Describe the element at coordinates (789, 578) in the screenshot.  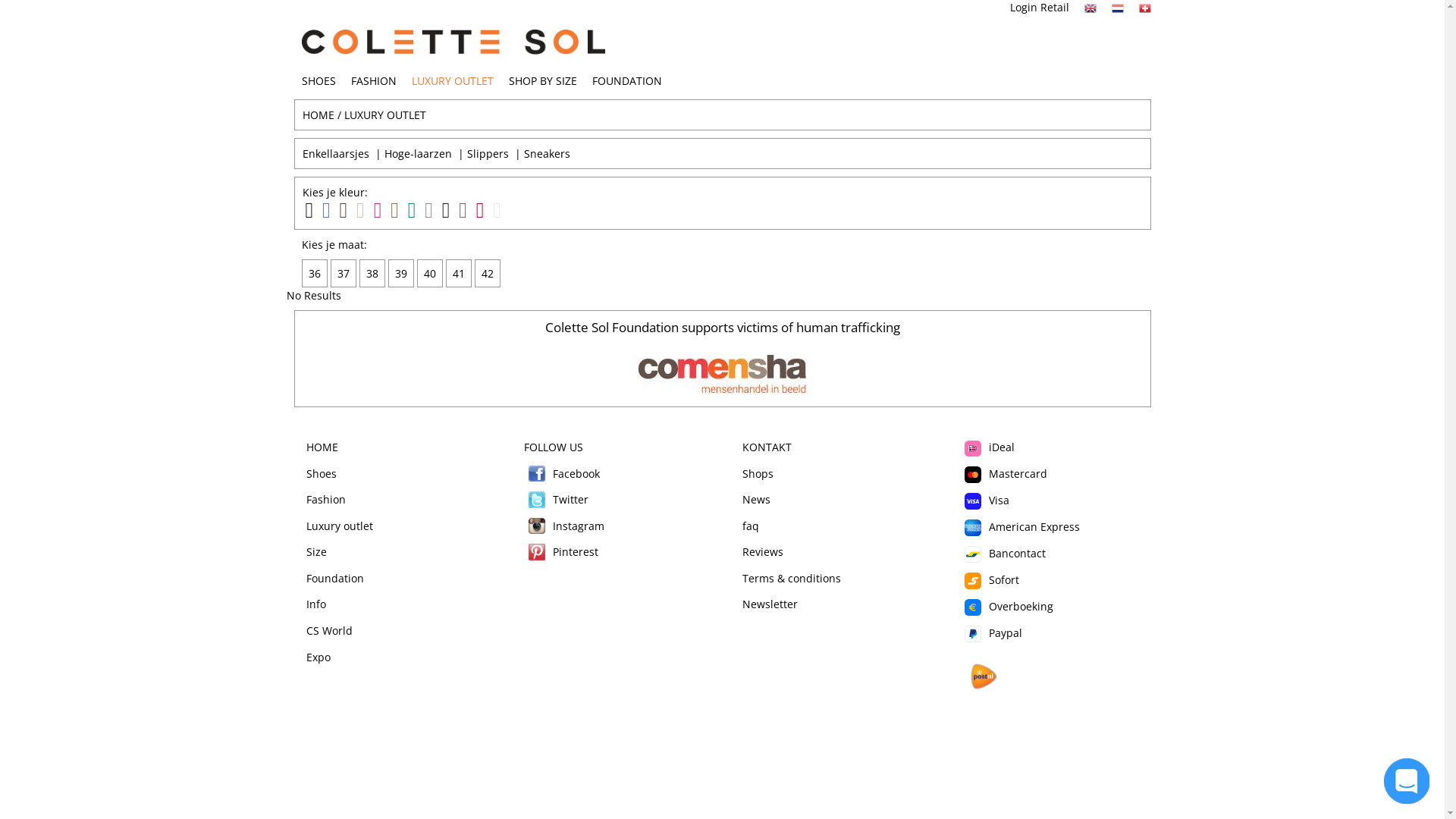
I see `'Terms & conditions'` at that location.